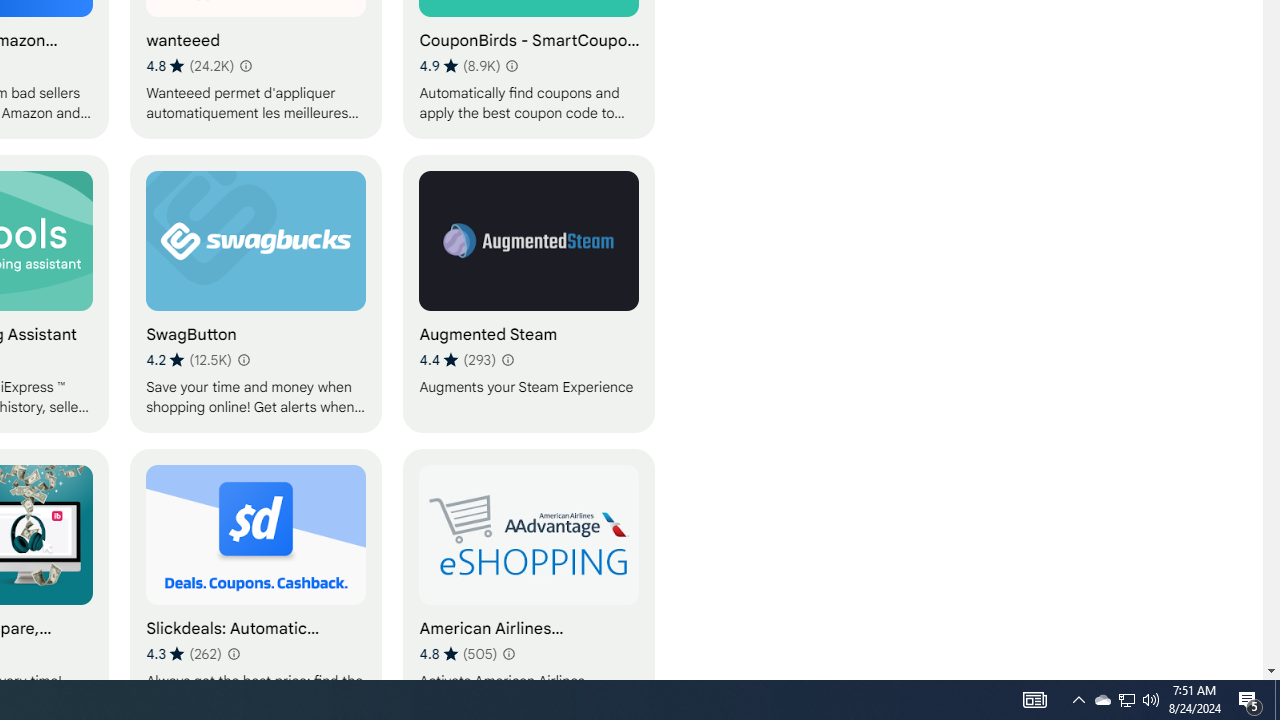 The width and height of the screenshot is (1280, 720). I want to click on 'Average rating 4.2 out of 5 stars. 12.5K ratings.', so click(188, 360).